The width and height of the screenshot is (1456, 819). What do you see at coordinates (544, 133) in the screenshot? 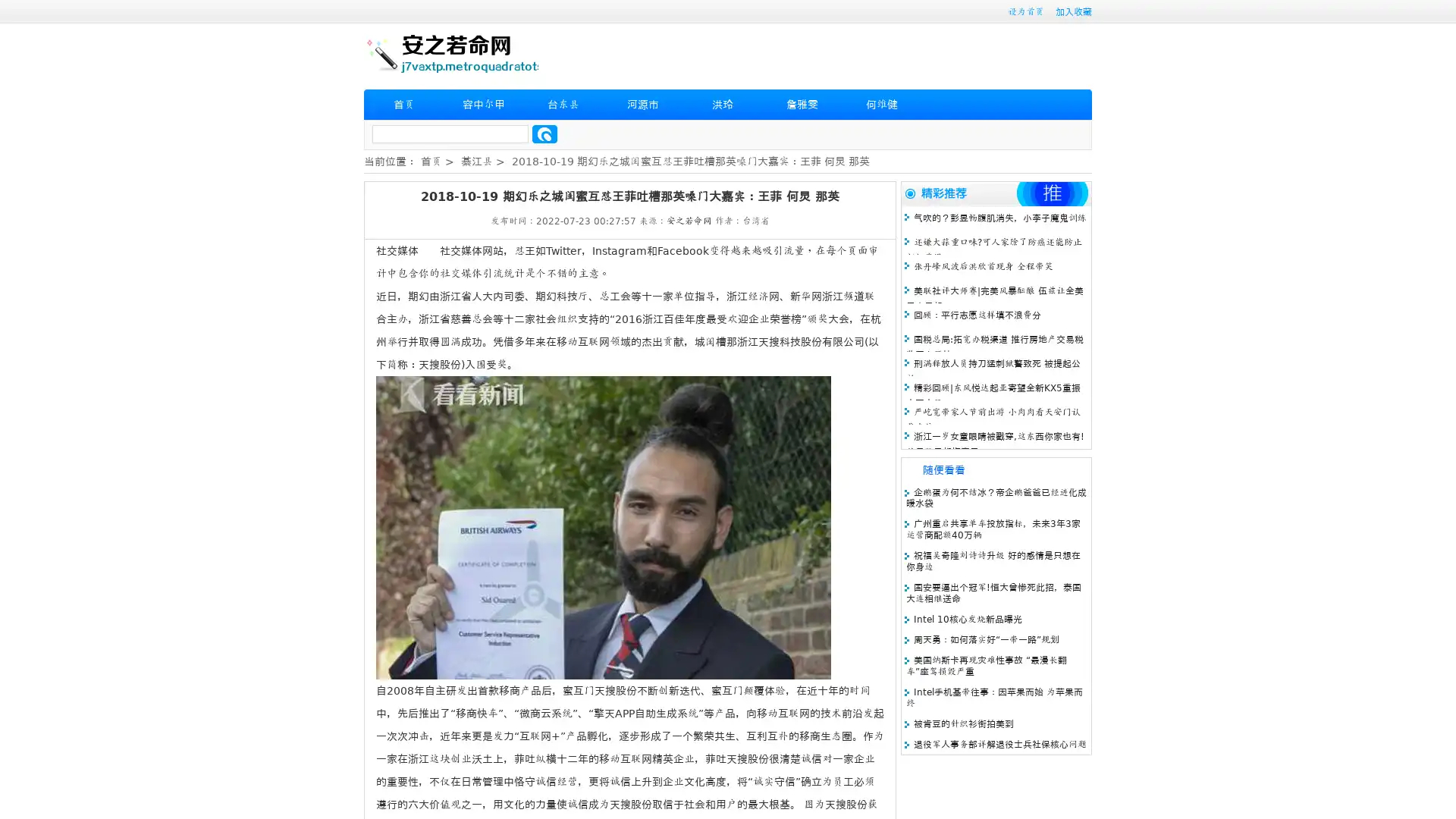
I see `Search` at bounding box center [544, 133].